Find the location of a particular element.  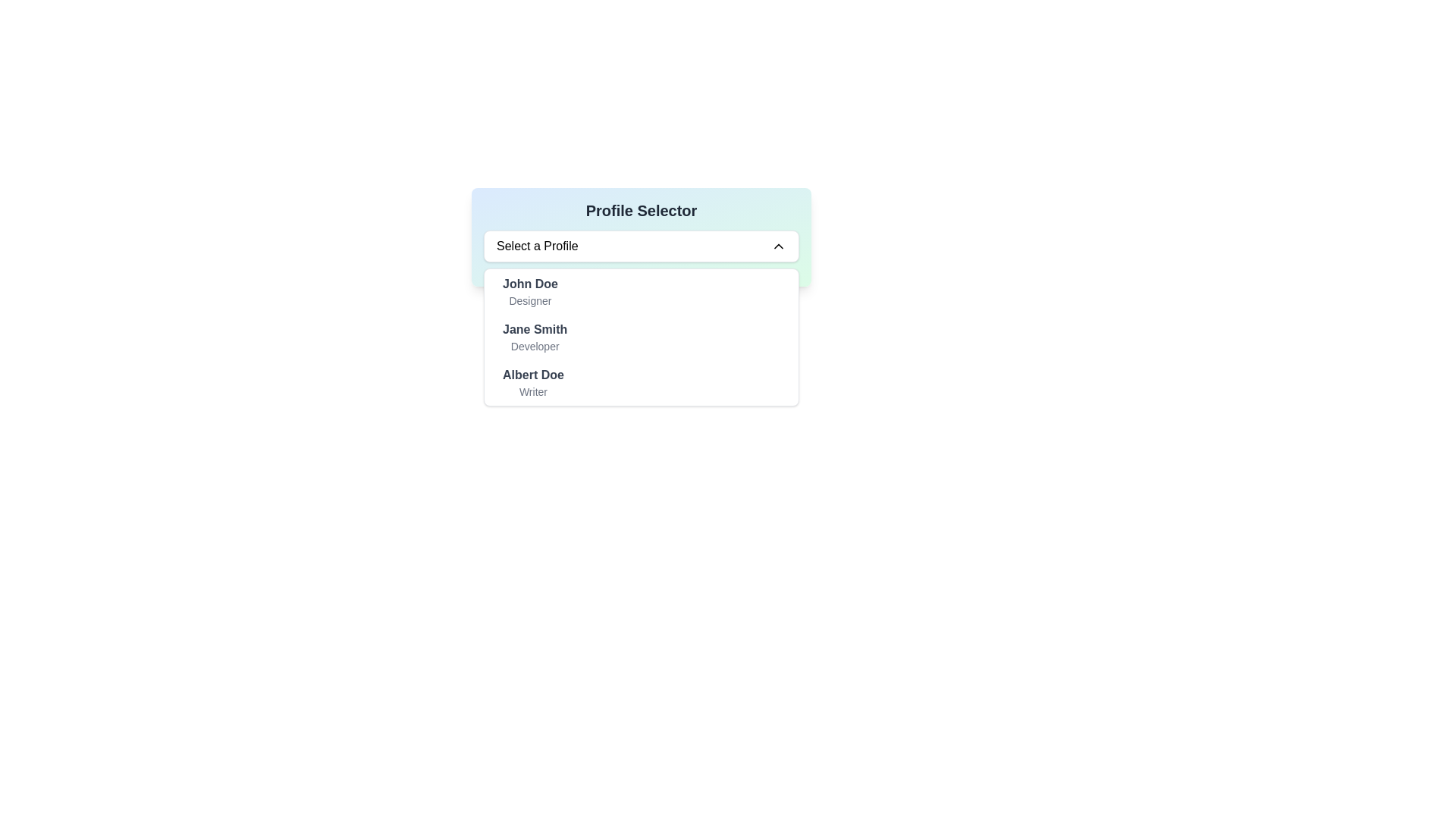

the selectable list item for Albert Doe, the third option in the dropdown menu is located at coordinates (641, 382).